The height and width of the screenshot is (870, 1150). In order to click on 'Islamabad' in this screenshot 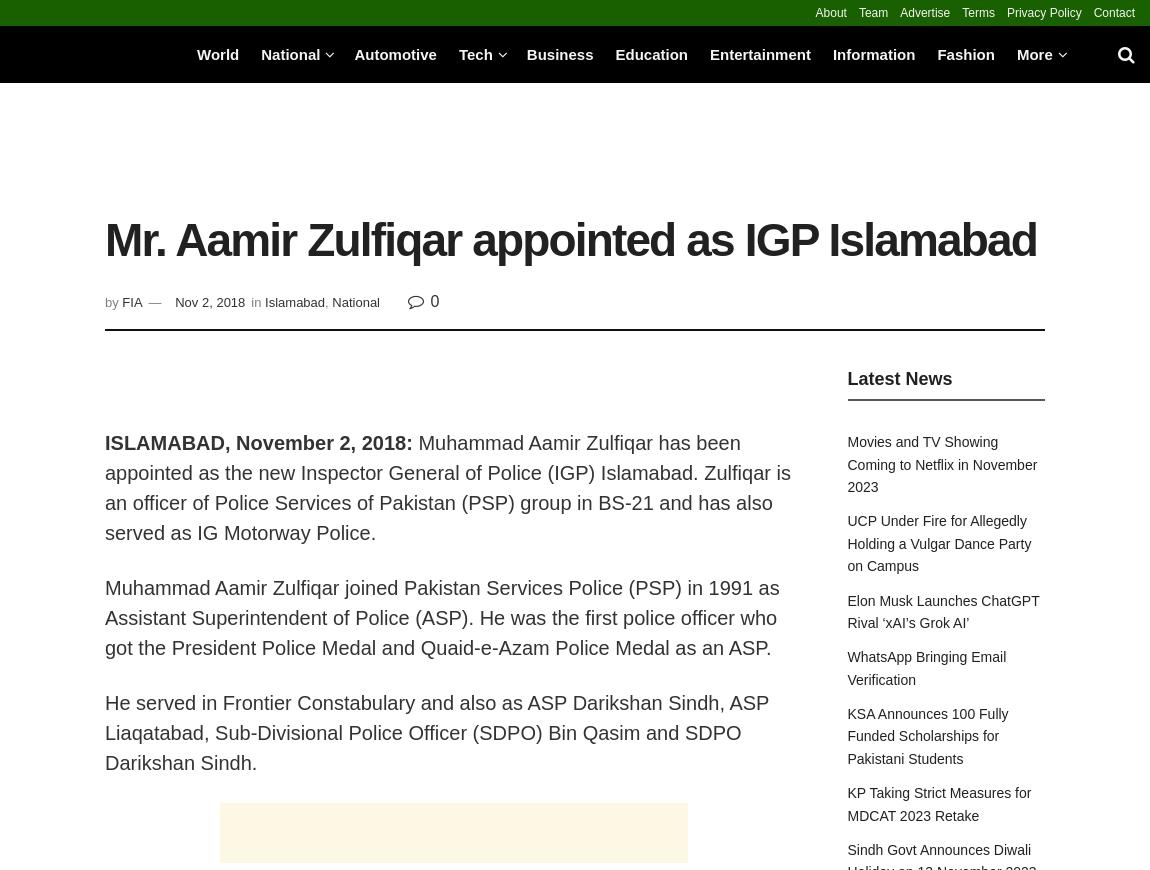, I will do `click(294, 301)`.